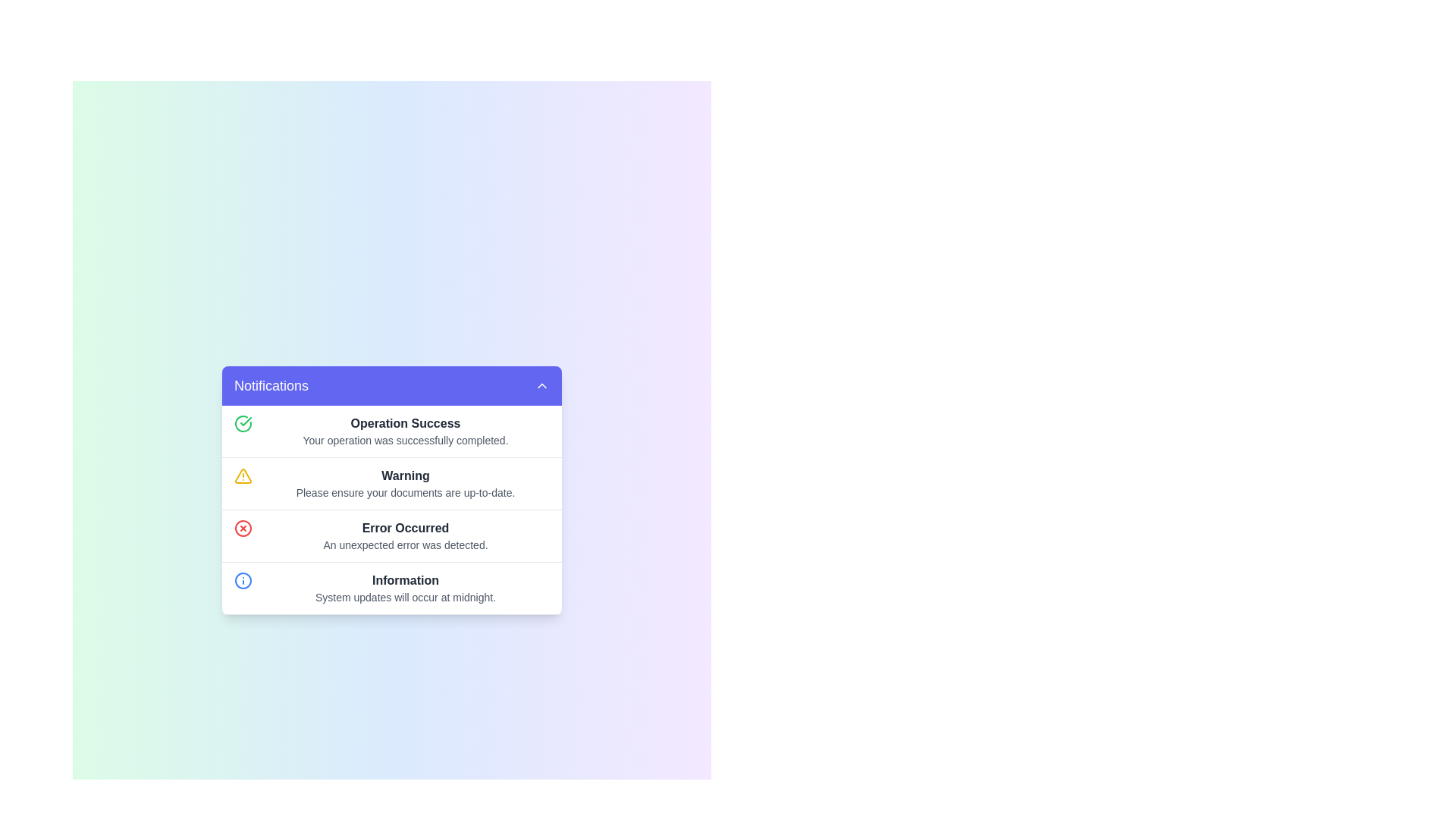  What do you see at coordinates (405, 424) in the screenshot?
I see `static text label 'Operation Success' located in the notifications panel, specifically in the first card, which is styled in bold dark gray against a white background` at bounding box center [405, 424].